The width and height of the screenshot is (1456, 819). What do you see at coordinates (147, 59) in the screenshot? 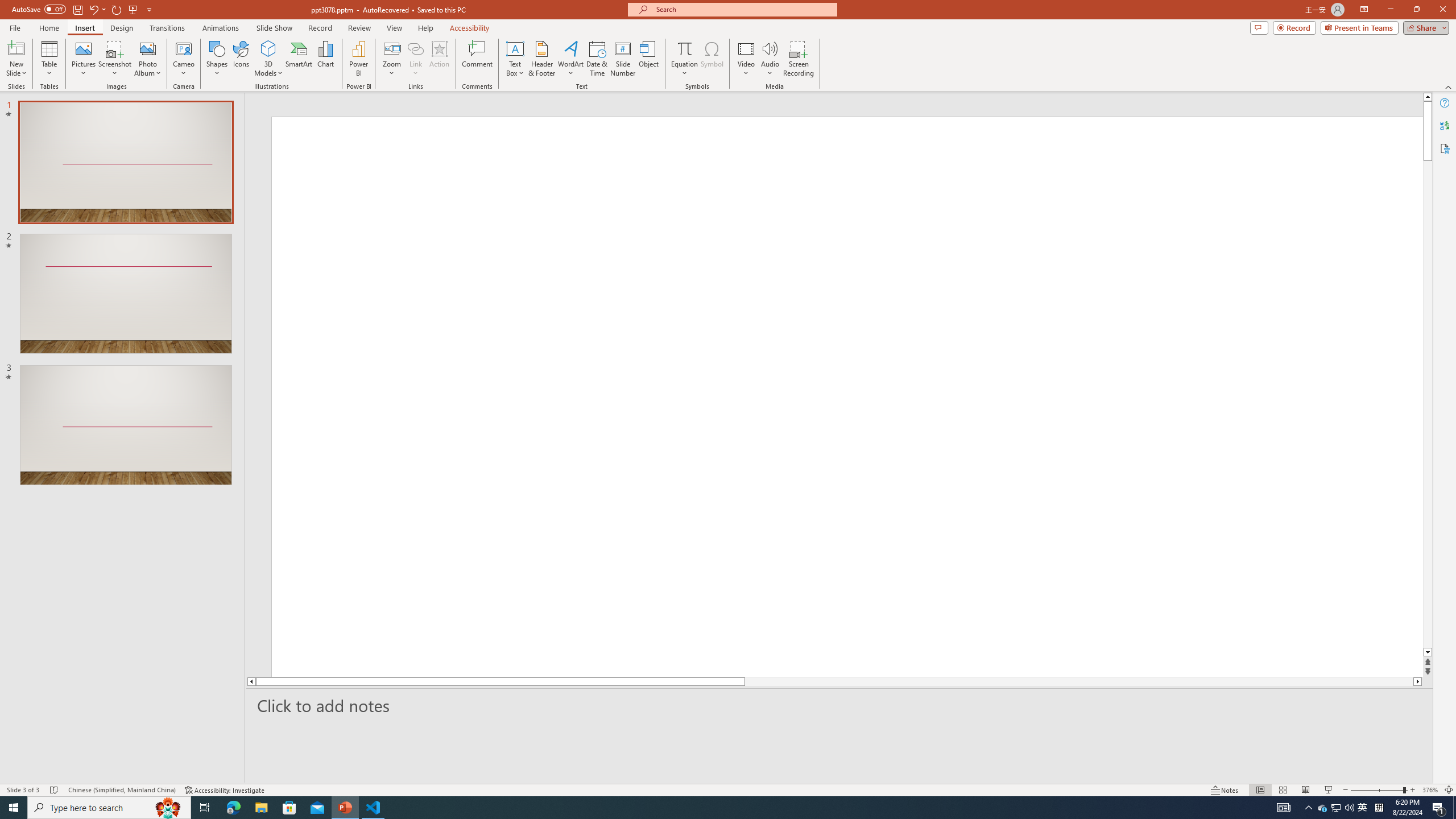
I see `'Photo Album...'` at bounding box center [147, 59].